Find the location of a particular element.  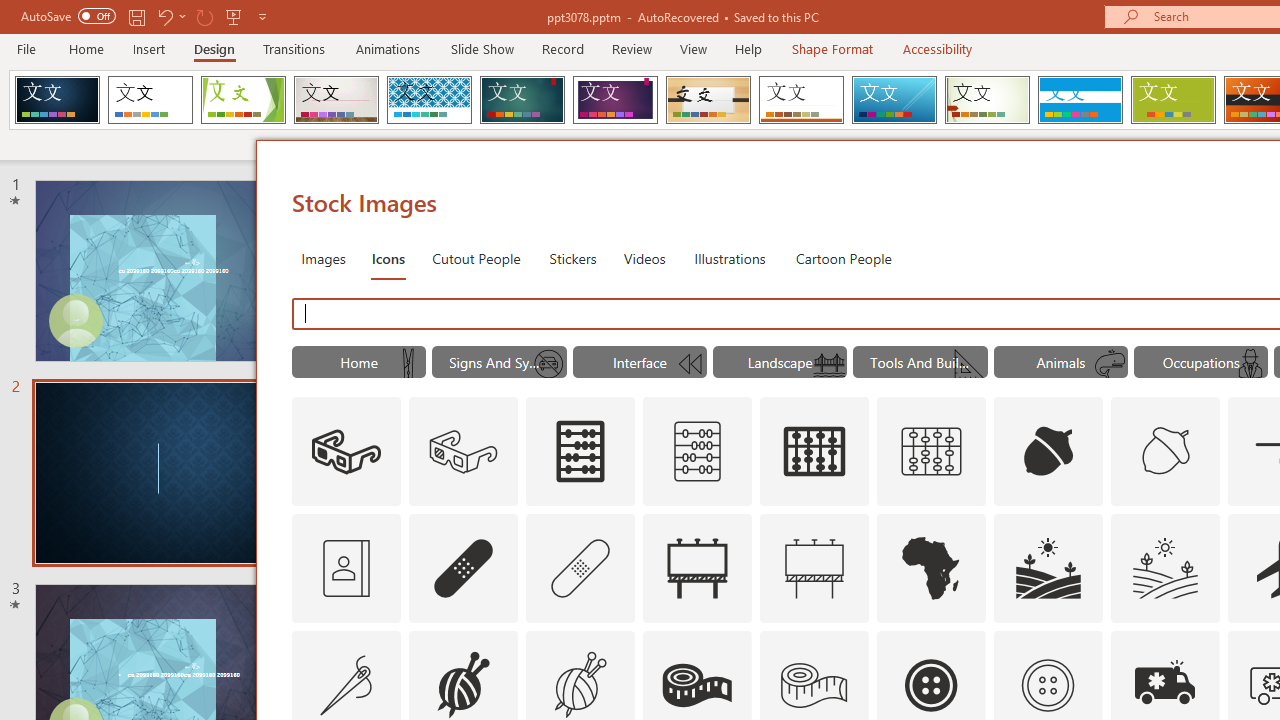

'Banded' is located at coordinates (1079, 100).